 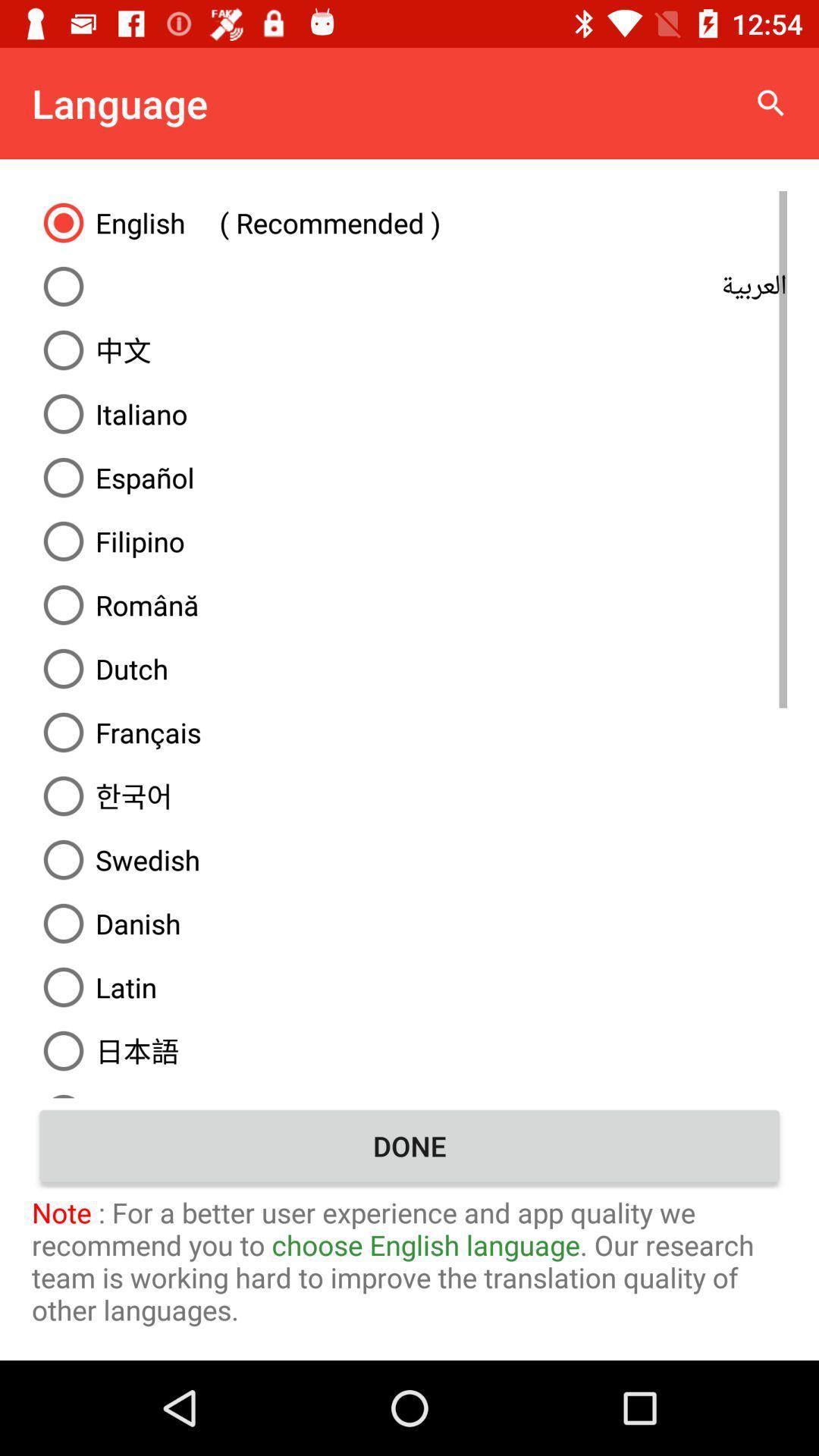 What do you see at coordinates (409, 287) in the screenshot?
I see `icon below english     ( recommended )` at bounding box center [409, 287].